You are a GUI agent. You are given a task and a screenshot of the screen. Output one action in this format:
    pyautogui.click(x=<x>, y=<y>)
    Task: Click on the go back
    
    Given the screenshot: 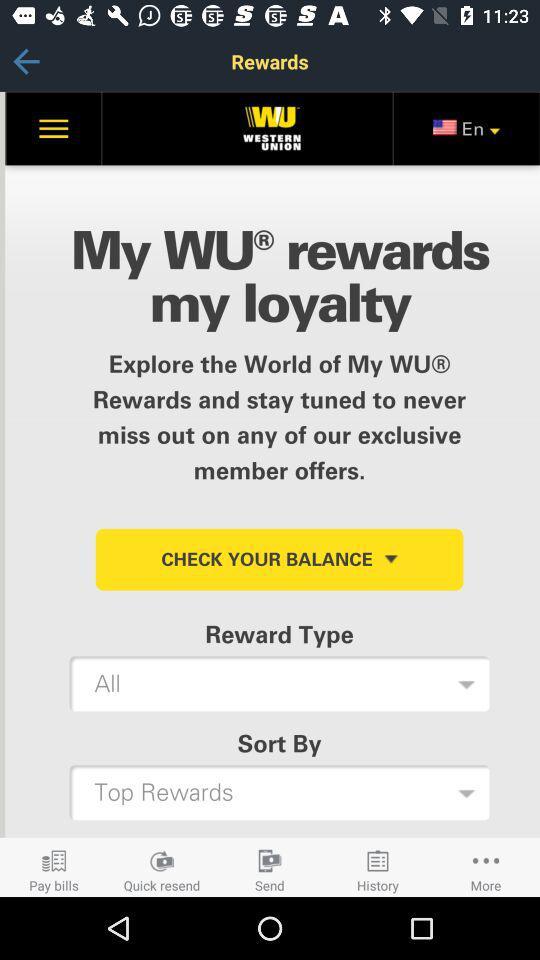 What is the action you would take?
    pyautogui.click(x=25, y=61)
    